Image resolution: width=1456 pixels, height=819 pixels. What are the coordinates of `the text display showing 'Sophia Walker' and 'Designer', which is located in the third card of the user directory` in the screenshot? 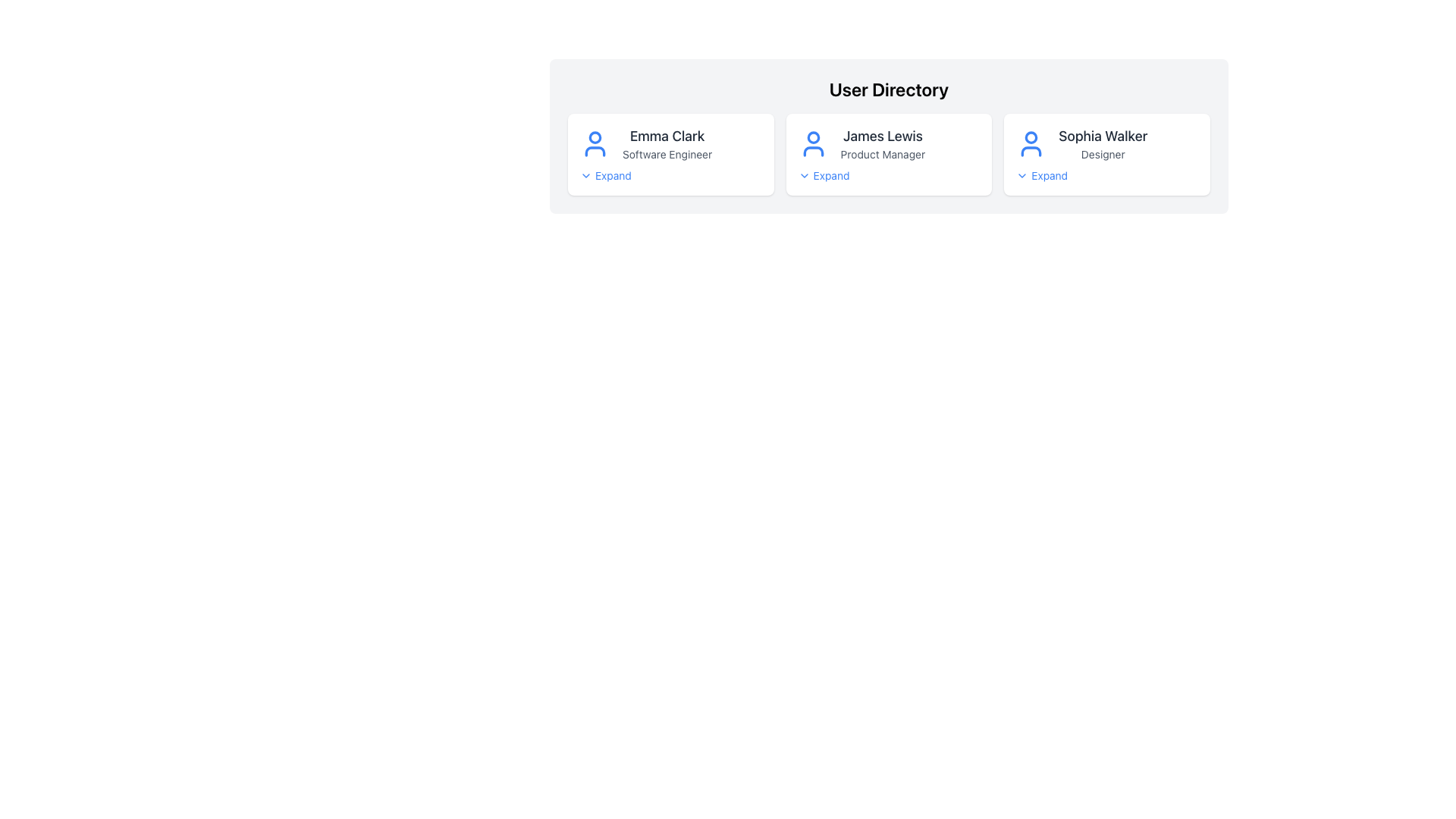 It's located at (1103, 143).